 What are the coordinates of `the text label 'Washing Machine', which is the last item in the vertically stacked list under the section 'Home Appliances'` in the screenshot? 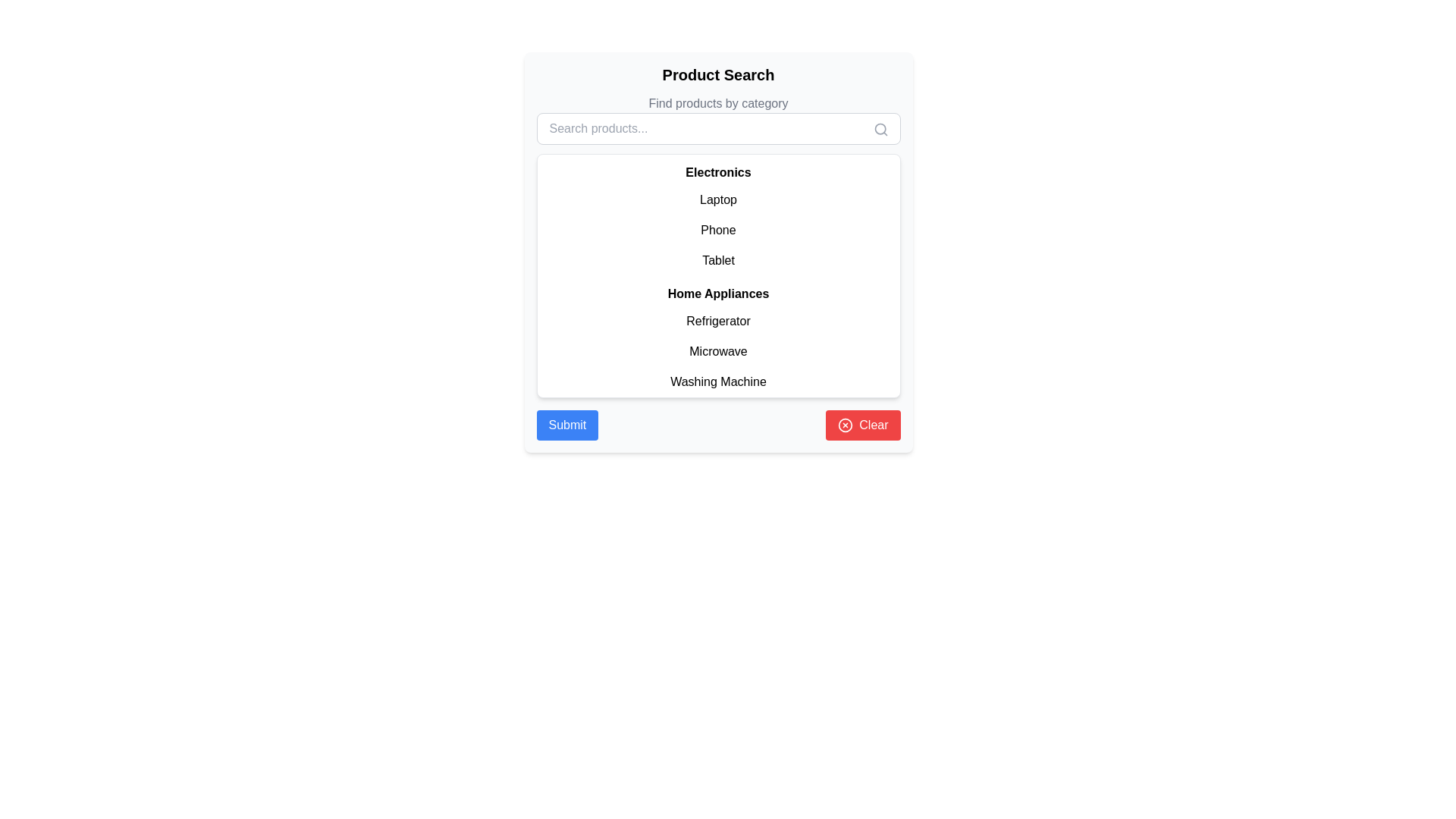 It's located at (717, 381).